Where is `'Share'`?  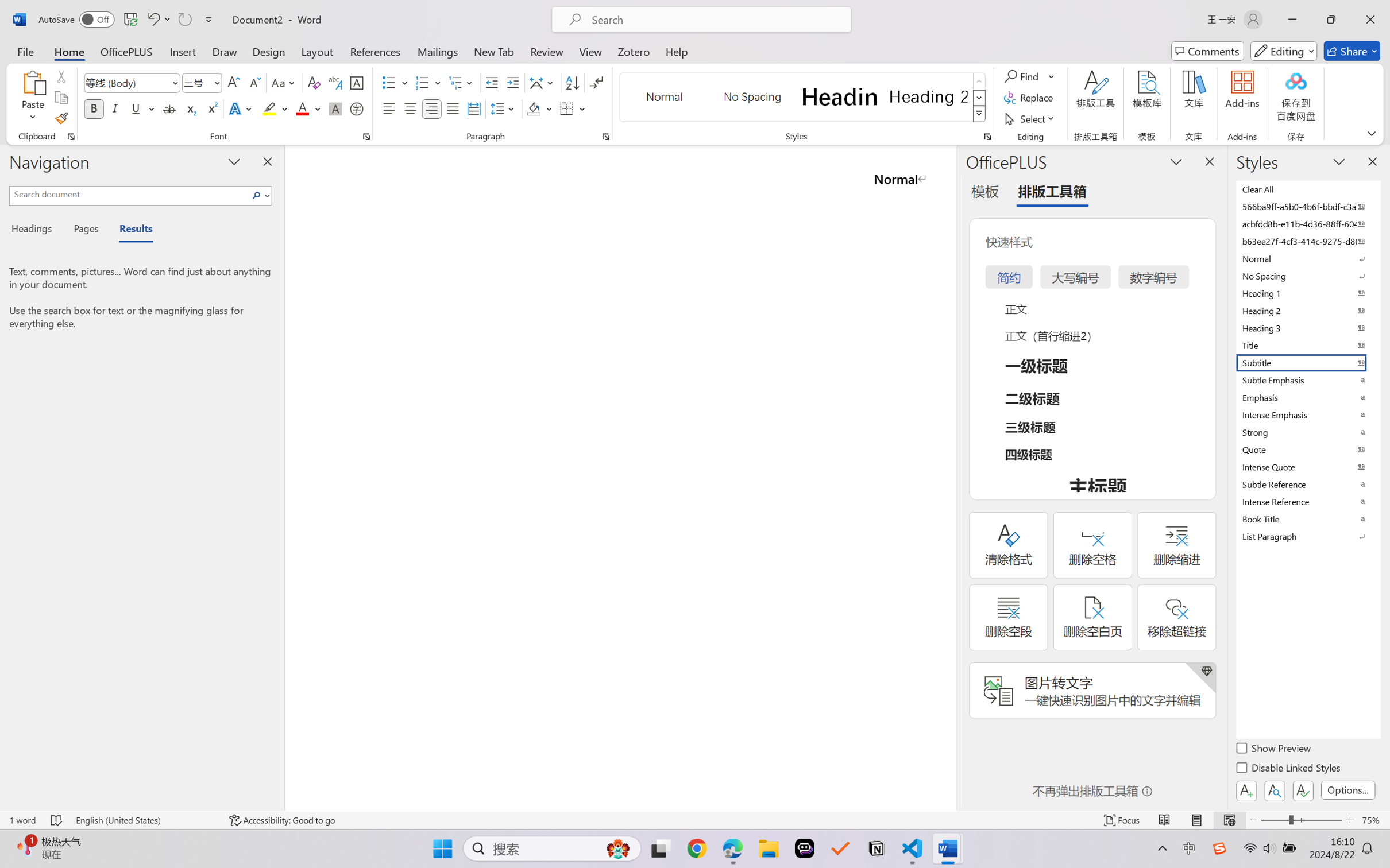 'Share' is located at coordinates (1351, 51).